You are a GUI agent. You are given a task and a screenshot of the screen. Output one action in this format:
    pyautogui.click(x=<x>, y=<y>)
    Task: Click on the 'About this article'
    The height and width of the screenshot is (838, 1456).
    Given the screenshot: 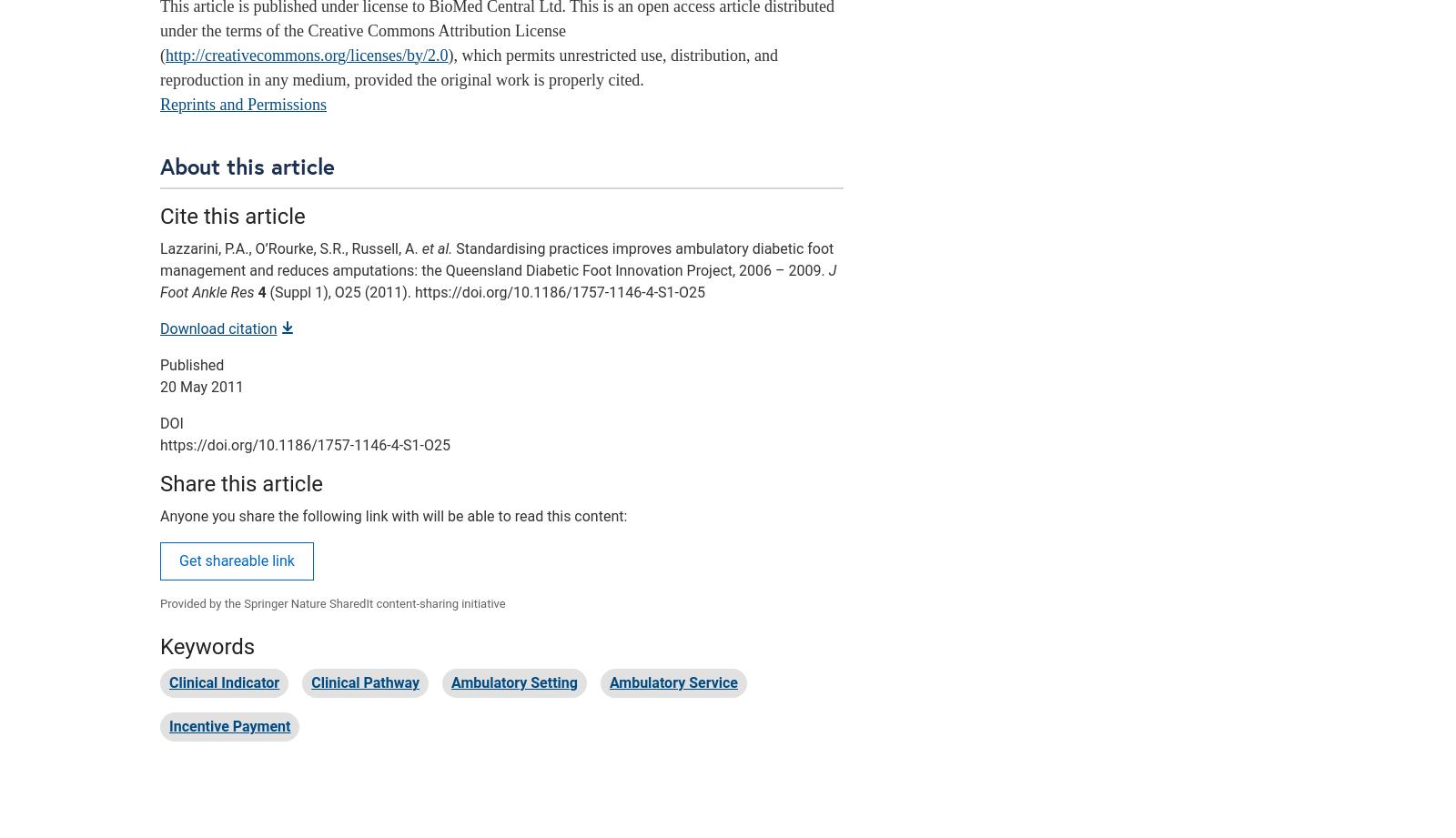 What is the action you would take?
    pyautogui.click(x=159, y=165)
    